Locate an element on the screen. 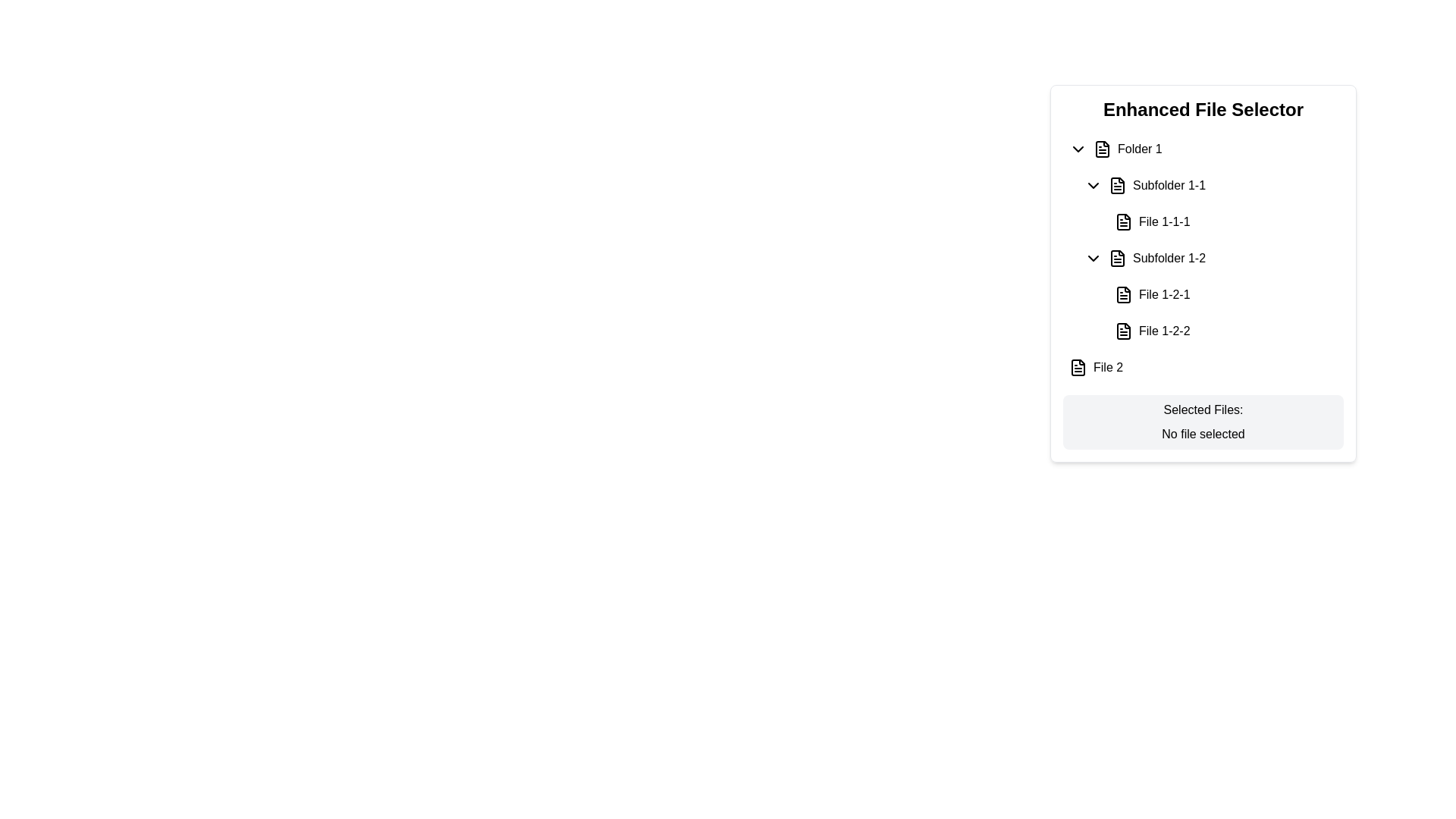 The height and width of the screenshot is (819, 1456). to select a file in the hierarchical file selector widget located underneath the title 'Enhanced File Selector' is located at coordinates (1203, 257).